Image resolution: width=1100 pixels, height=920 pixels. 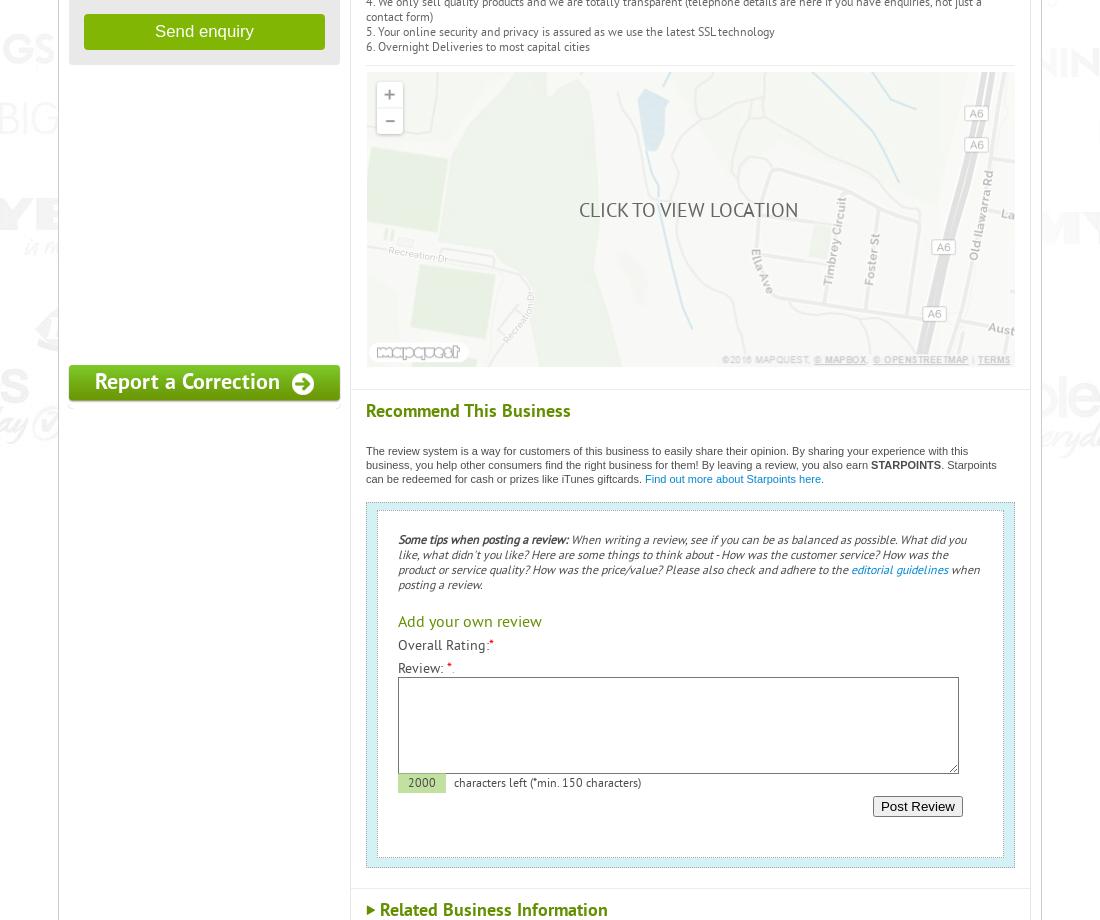 I want to click on '. Starpoints can be redeemed for cash or prizes like iTunes giftcards.', so click(x=681, y=471).